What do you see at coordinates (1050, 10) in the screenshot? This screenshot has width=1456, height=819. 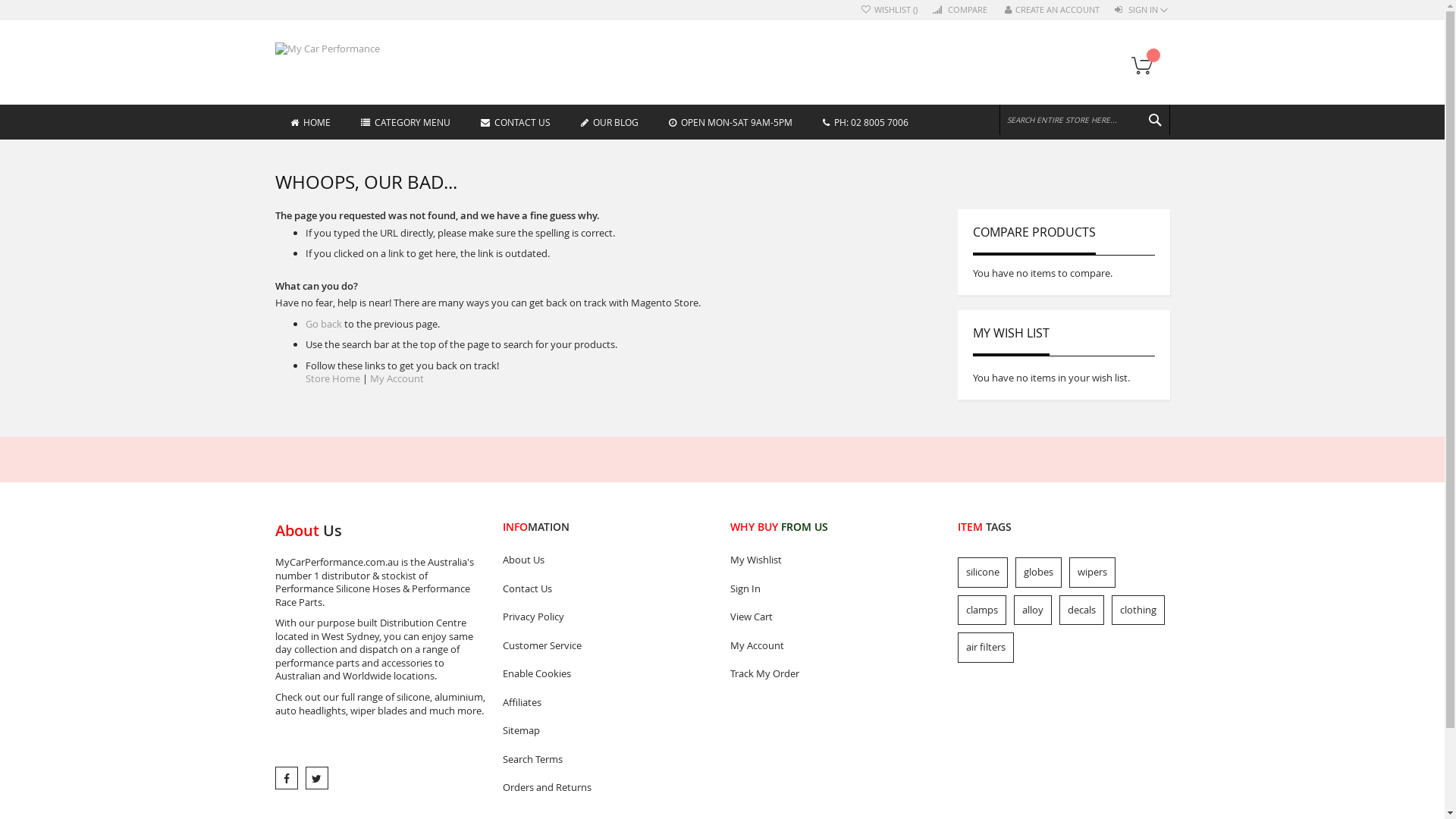 I see `'CREATE AN ACCOUNT'` at bounding box center [1050, 10].